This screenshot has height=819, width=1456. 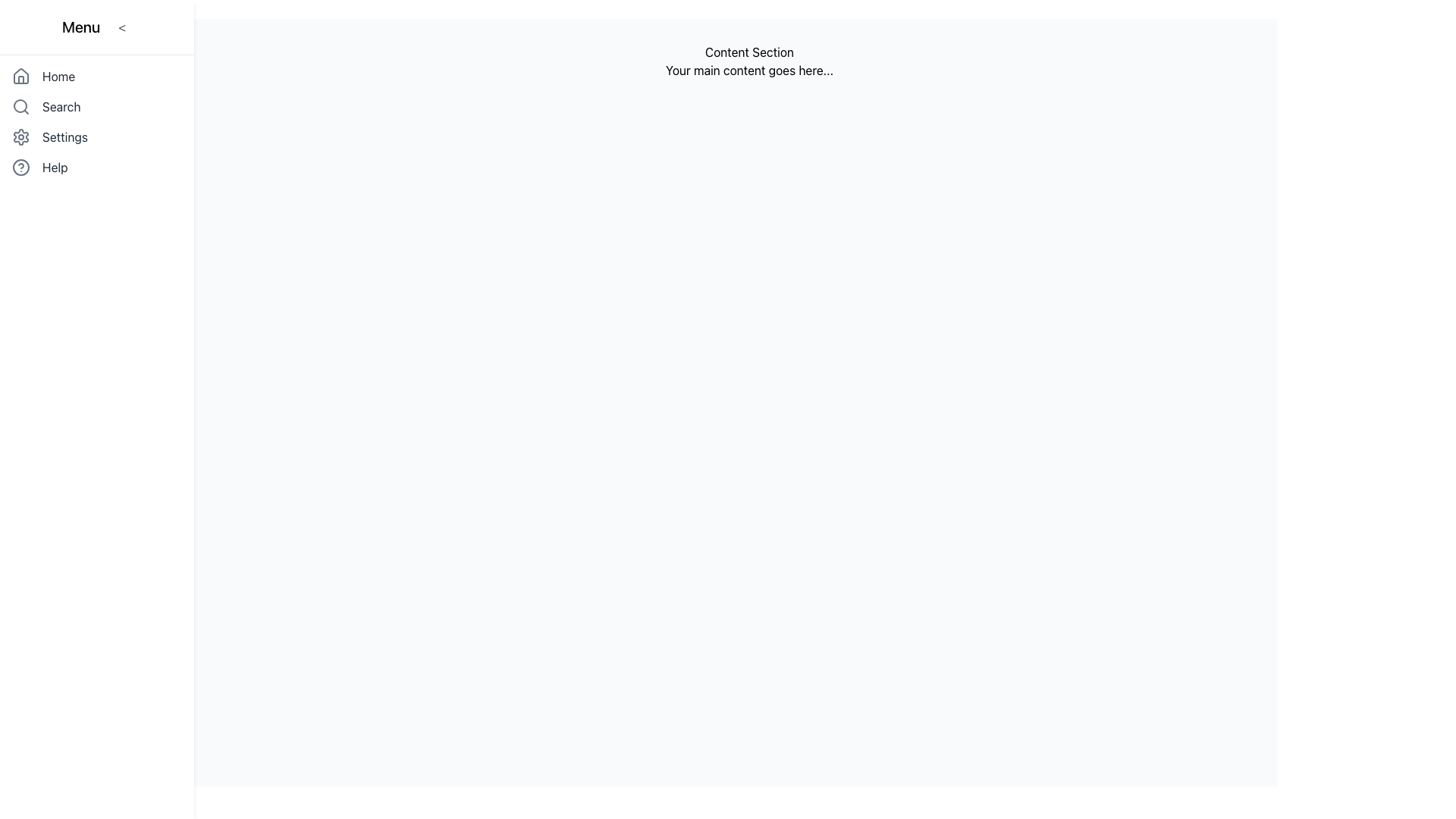 I want to click on the 'Search' icon located in the left menu section beneath the 'Home' menu item, which visually indicates the 'Search' functionality, so click(x=21, y=106).